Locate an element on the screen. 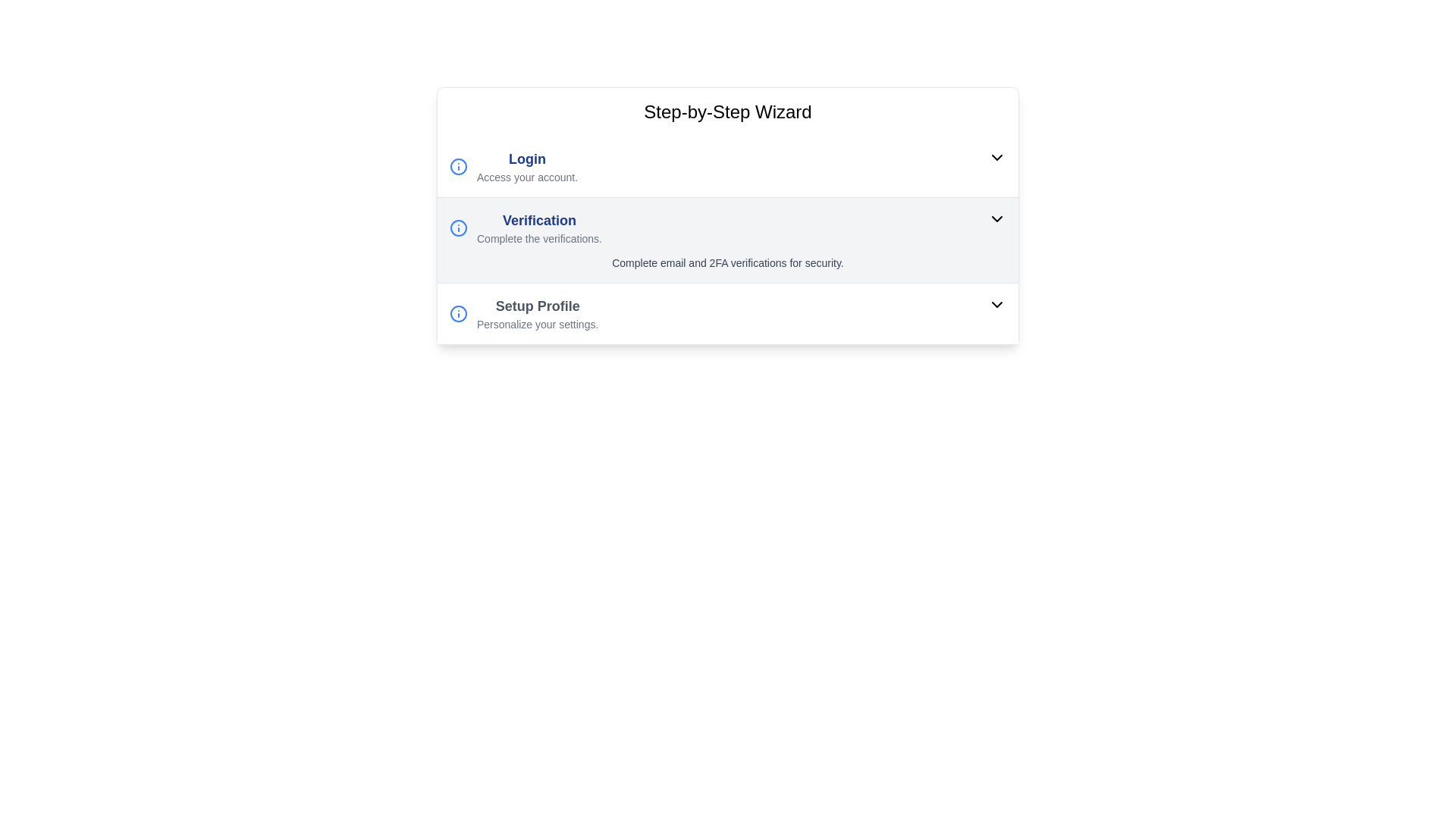  text content of the title and description for the 'Login' step, located at the top-left of the stepper interface is located at coordinates (527, 166).